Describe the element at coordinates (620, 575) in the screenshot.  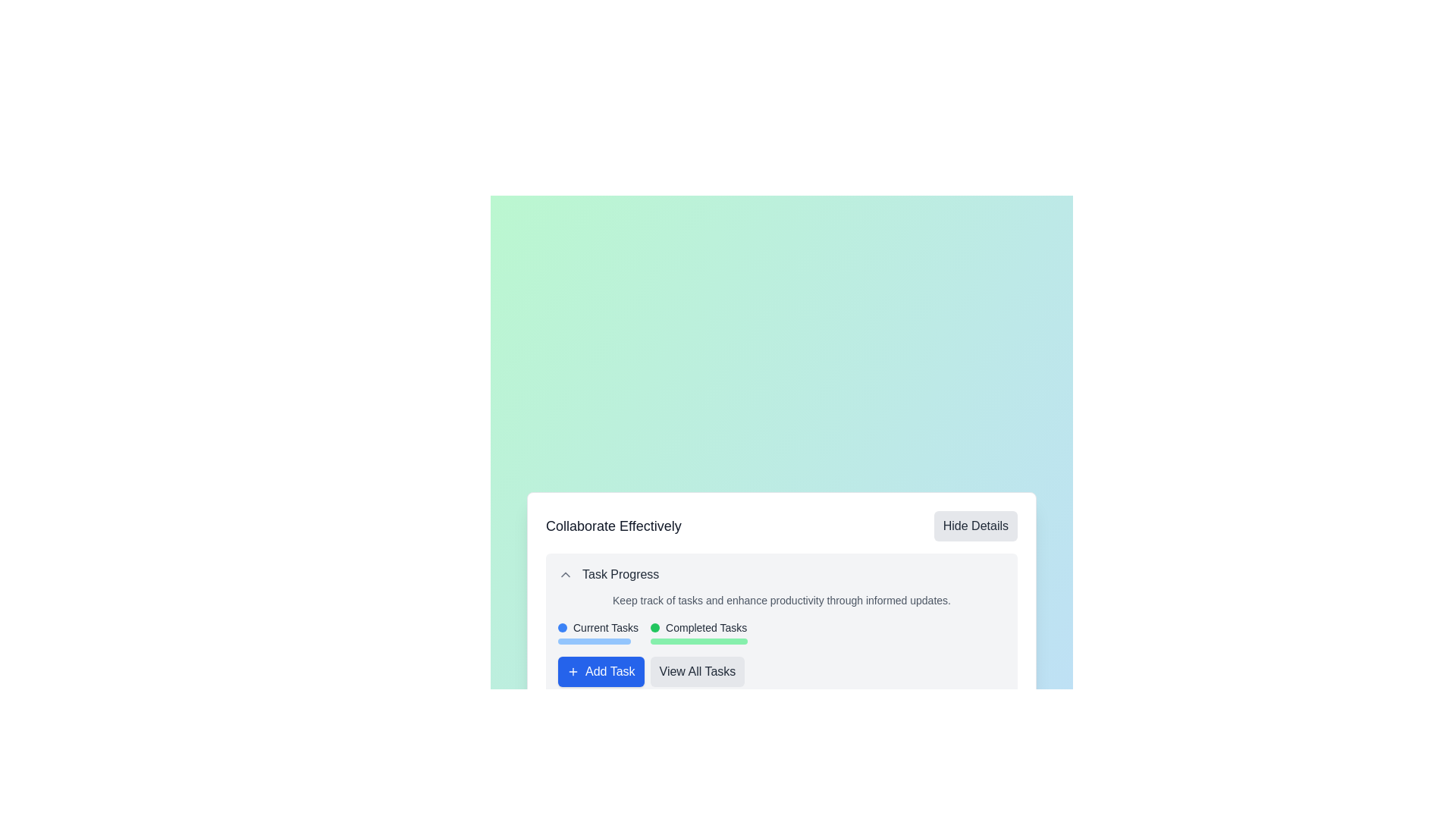
I see `the 'Task Progress' text label, which is styled in gray font and positioned in the header section under 'Collaborate Effectively'` at that location.